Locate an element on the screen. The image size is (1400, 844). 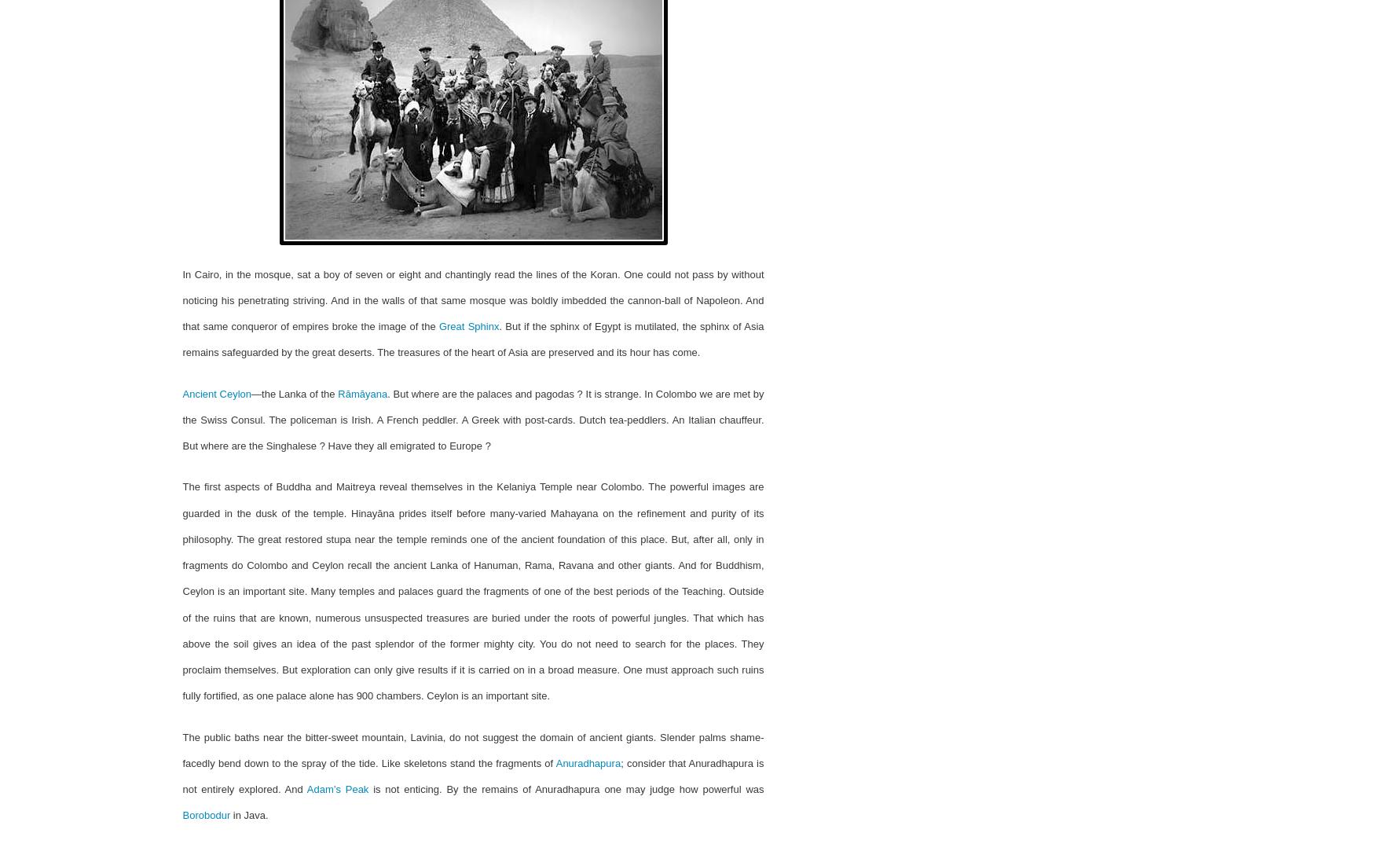
'Anuradhapura' is located at coordinates (588, 761).